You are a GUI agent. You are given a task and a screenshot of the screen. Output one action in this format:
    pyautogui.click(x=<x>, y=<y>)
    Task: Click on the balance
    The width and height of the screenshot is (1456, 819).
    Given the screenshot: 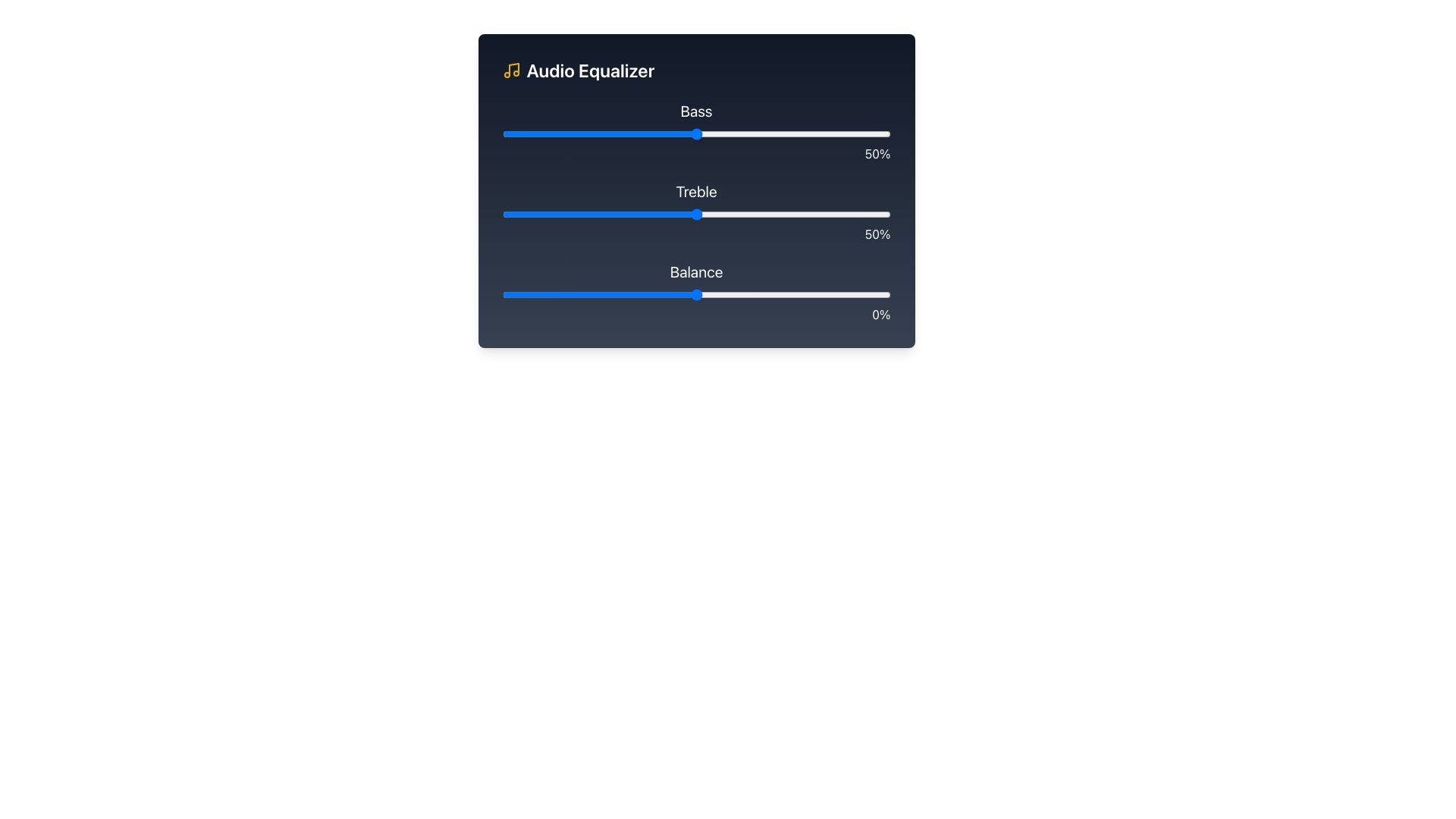 What is the action you would take?
    pyautogui.click(x=739, y=295)
    